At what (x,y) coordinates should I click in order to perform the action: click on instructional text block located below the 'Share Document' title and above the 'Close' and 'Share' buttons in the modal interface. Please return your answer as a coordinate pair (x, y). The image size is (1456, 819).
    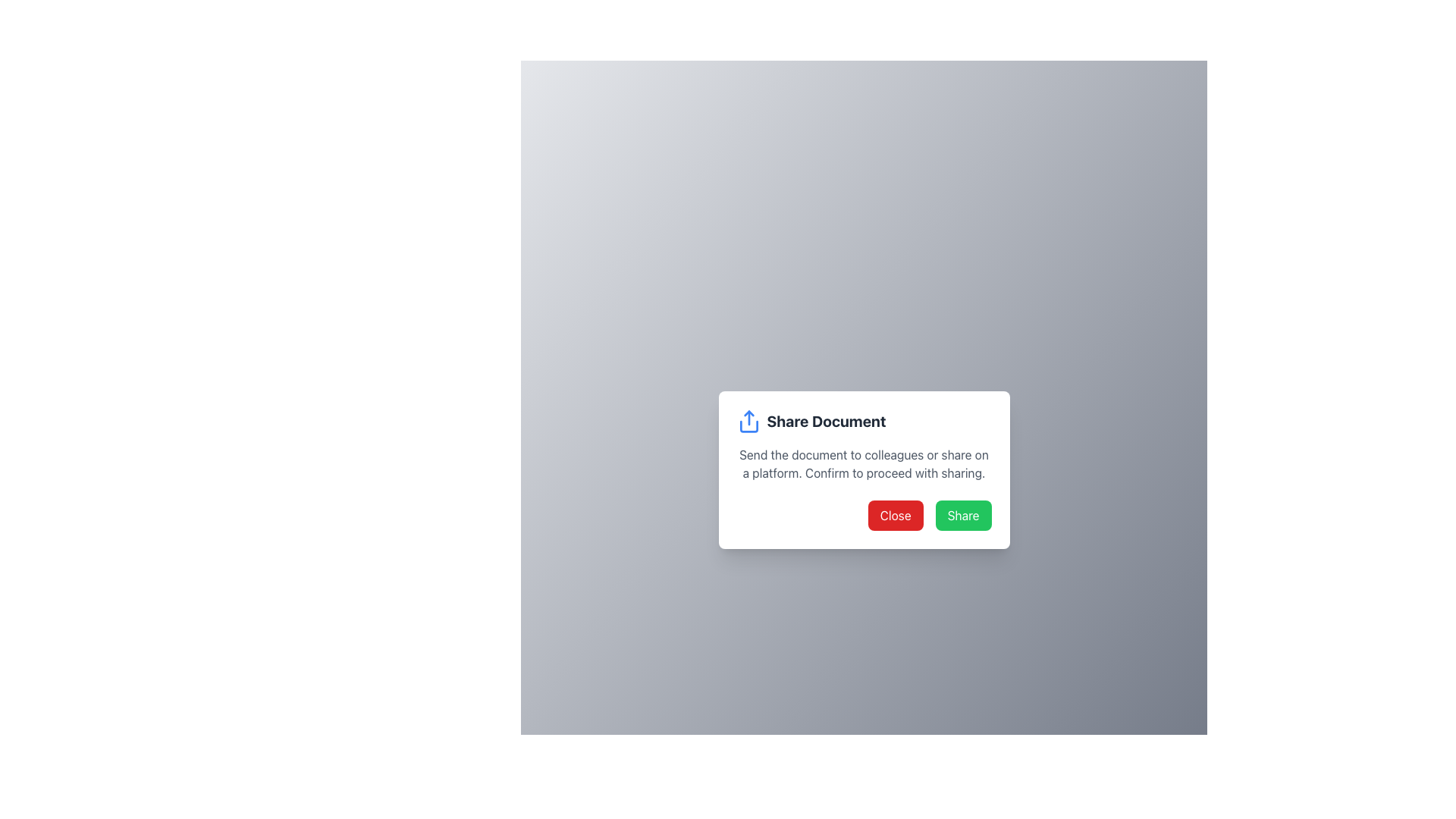
    Looking at the image, I should click on (864, 463).